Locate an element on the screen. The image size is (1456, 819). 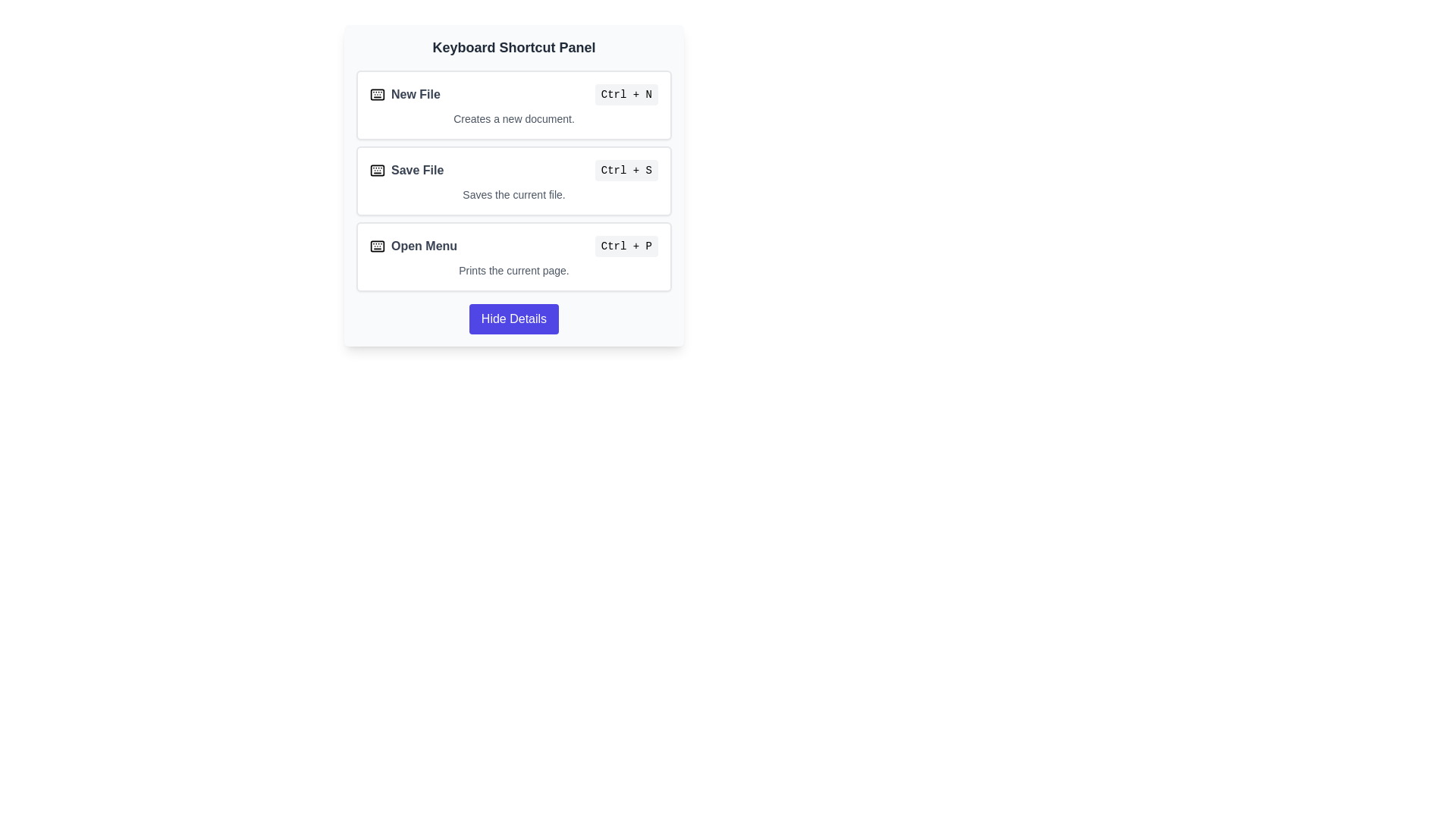
the keyboard shortcut label displaying 'Ctrl + N' located on the right side of the 'New File' row within the 'Keyboard Shortcut Panel' is located at coordinates (626, 94).